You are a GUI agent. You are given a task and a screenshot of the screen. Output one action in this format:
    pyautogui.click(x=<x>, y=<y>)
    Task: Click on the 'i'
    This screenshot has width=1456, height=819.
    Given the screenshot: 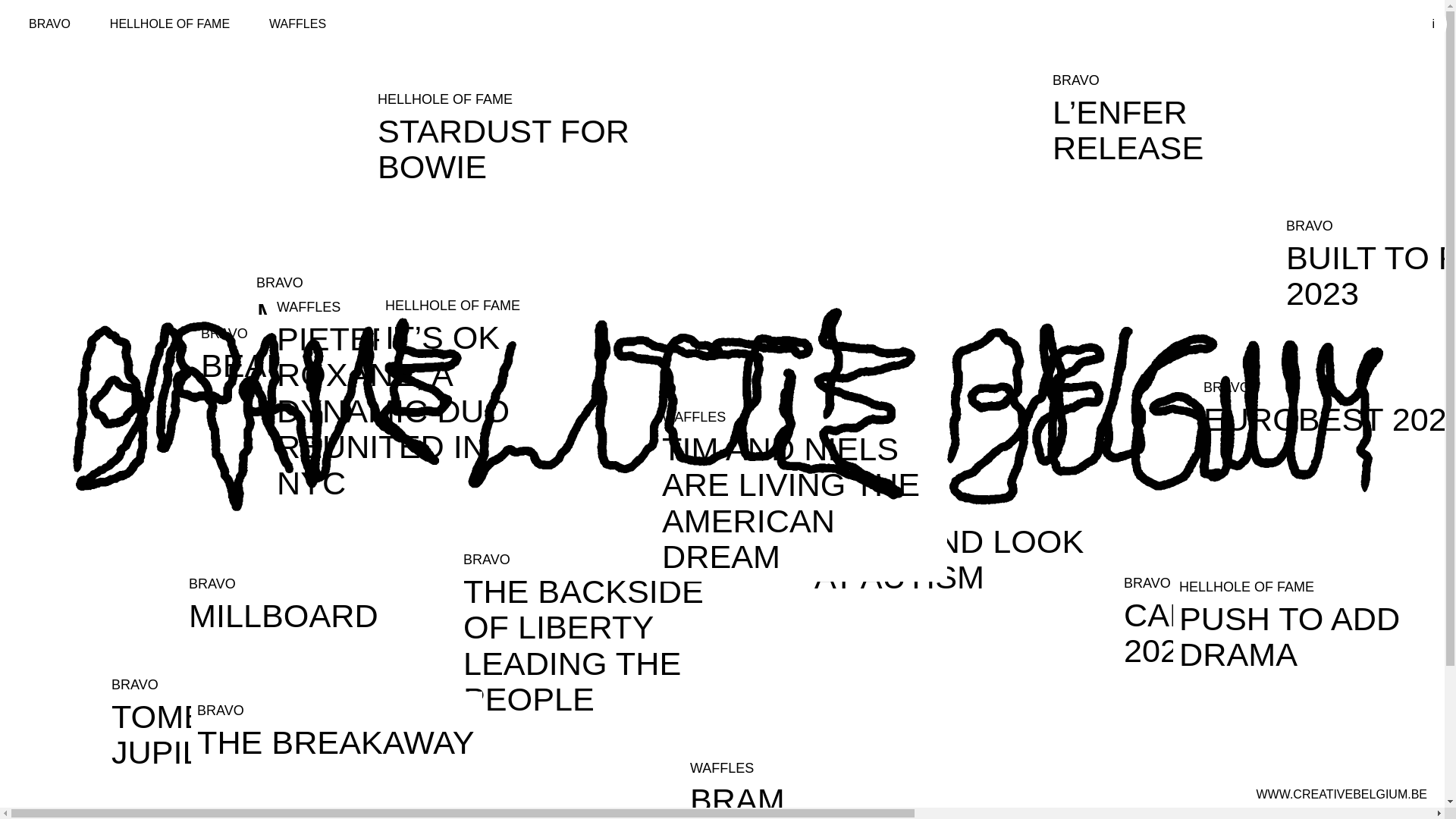 What is the action you would take?
    pyautogui.click(x=1432, y=24)
    